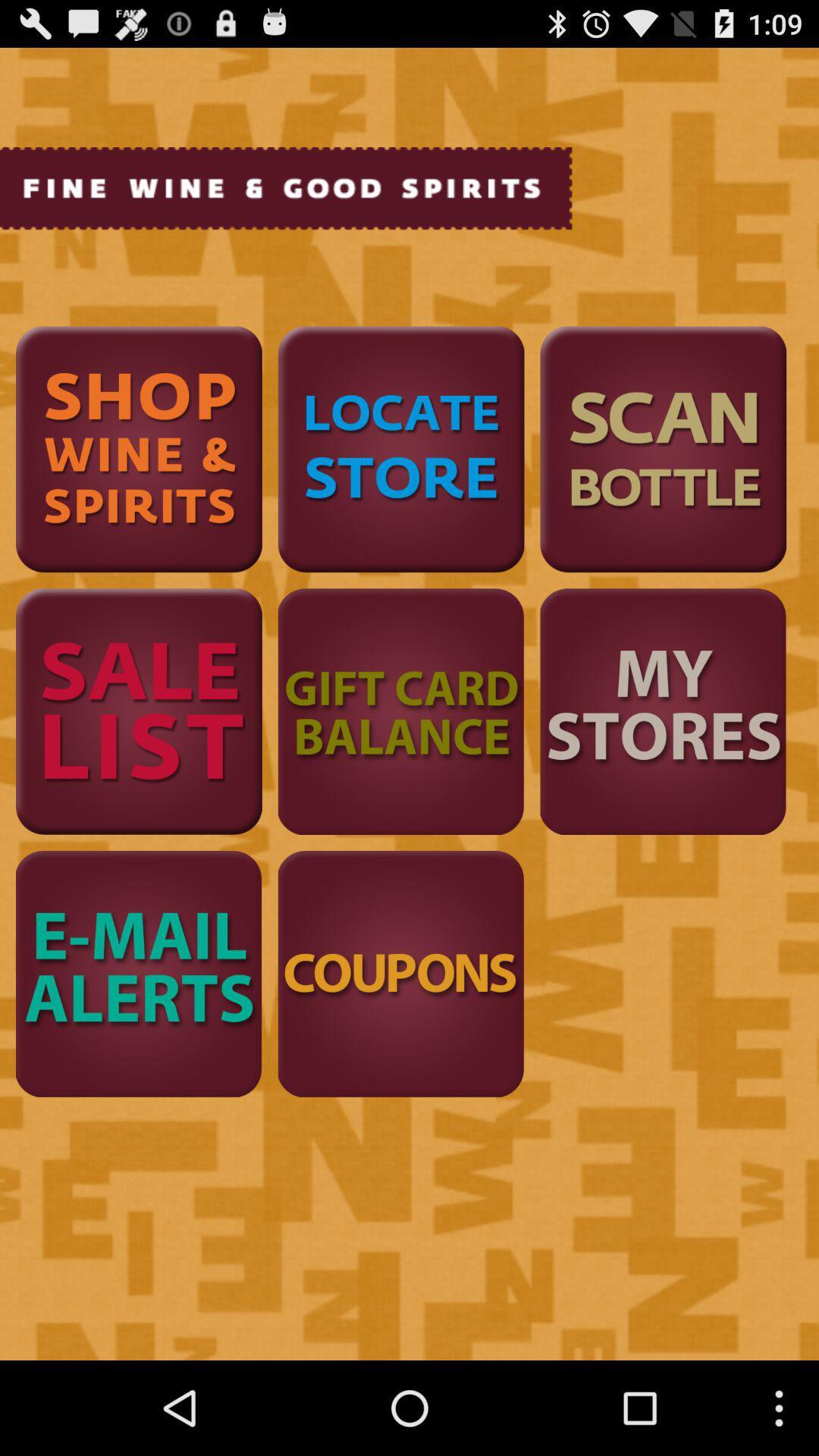  What do you see at coordinates (139, 974) in the screenshot?
I see `enable e-mail alerts` at bounding box center [139, 974].